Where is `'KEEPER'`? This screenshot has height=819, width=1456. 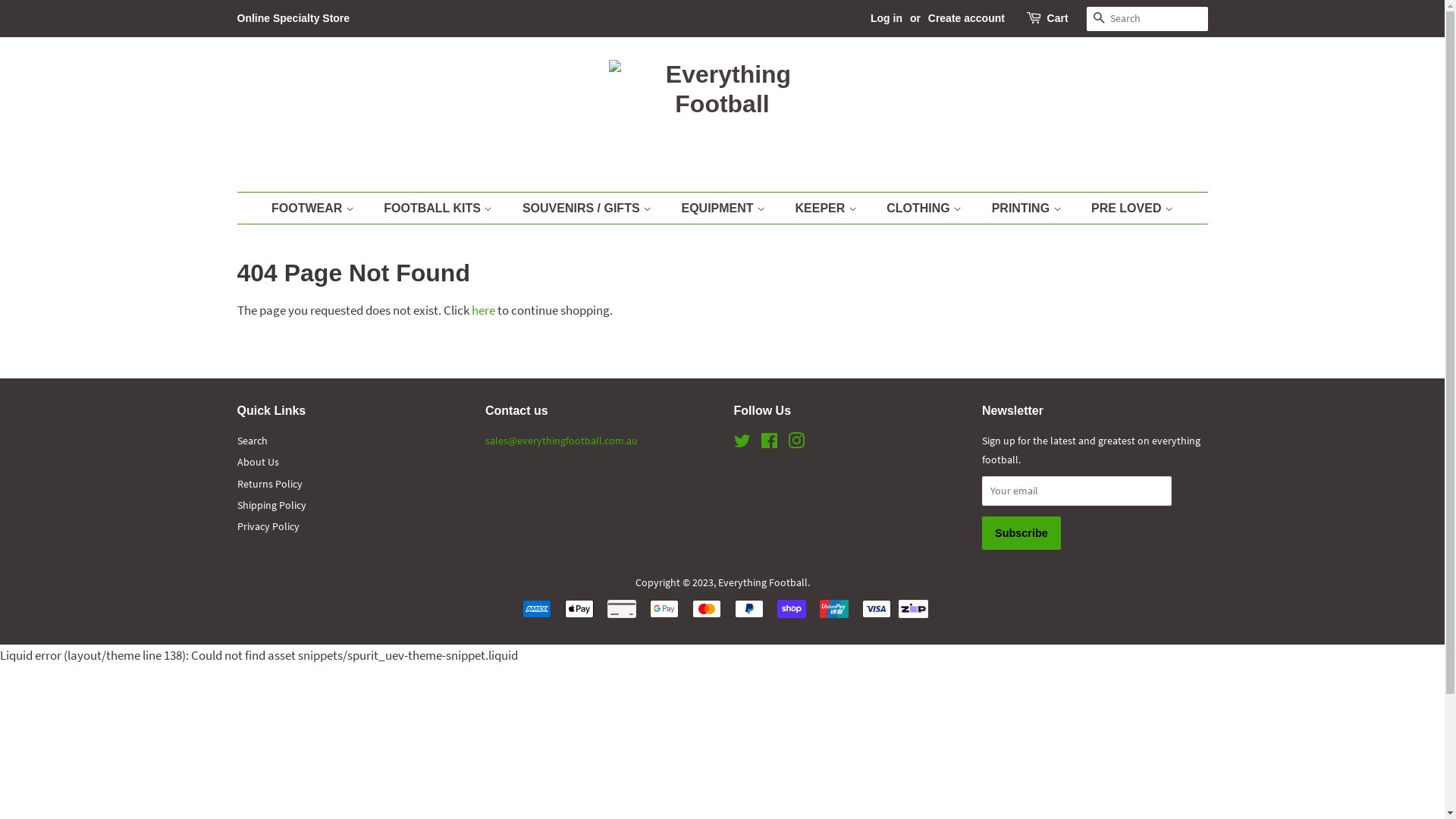
'KEEPER' is located at coordinates (827, 208).